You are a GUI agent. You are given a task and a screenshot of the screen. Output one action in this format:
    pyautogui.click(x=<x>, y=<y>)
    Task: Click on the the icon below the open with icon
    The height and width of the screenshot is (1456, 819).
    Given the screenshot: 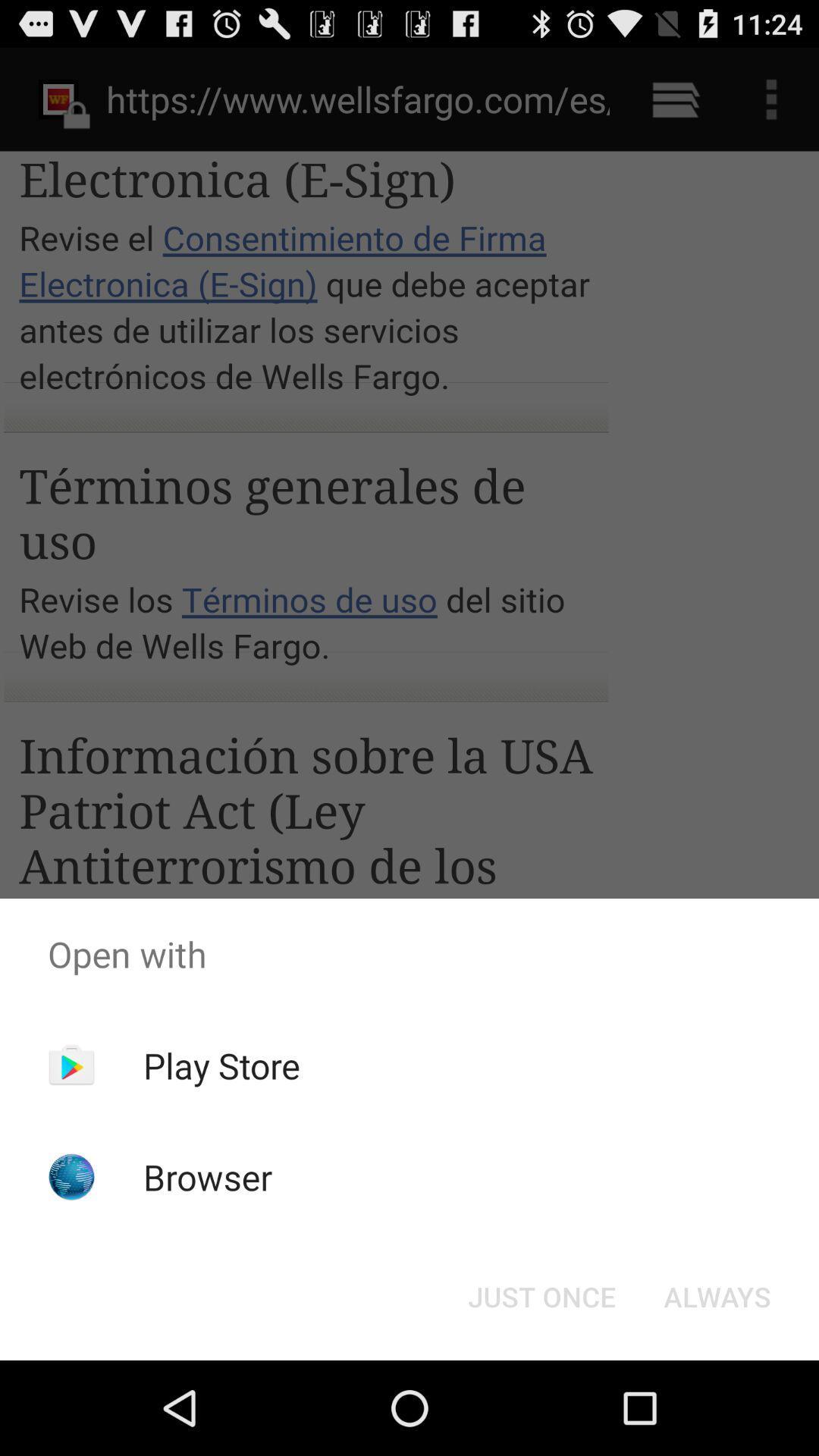 What is the action you would take?
    pyautogui.click(x=541, y=1295)
    